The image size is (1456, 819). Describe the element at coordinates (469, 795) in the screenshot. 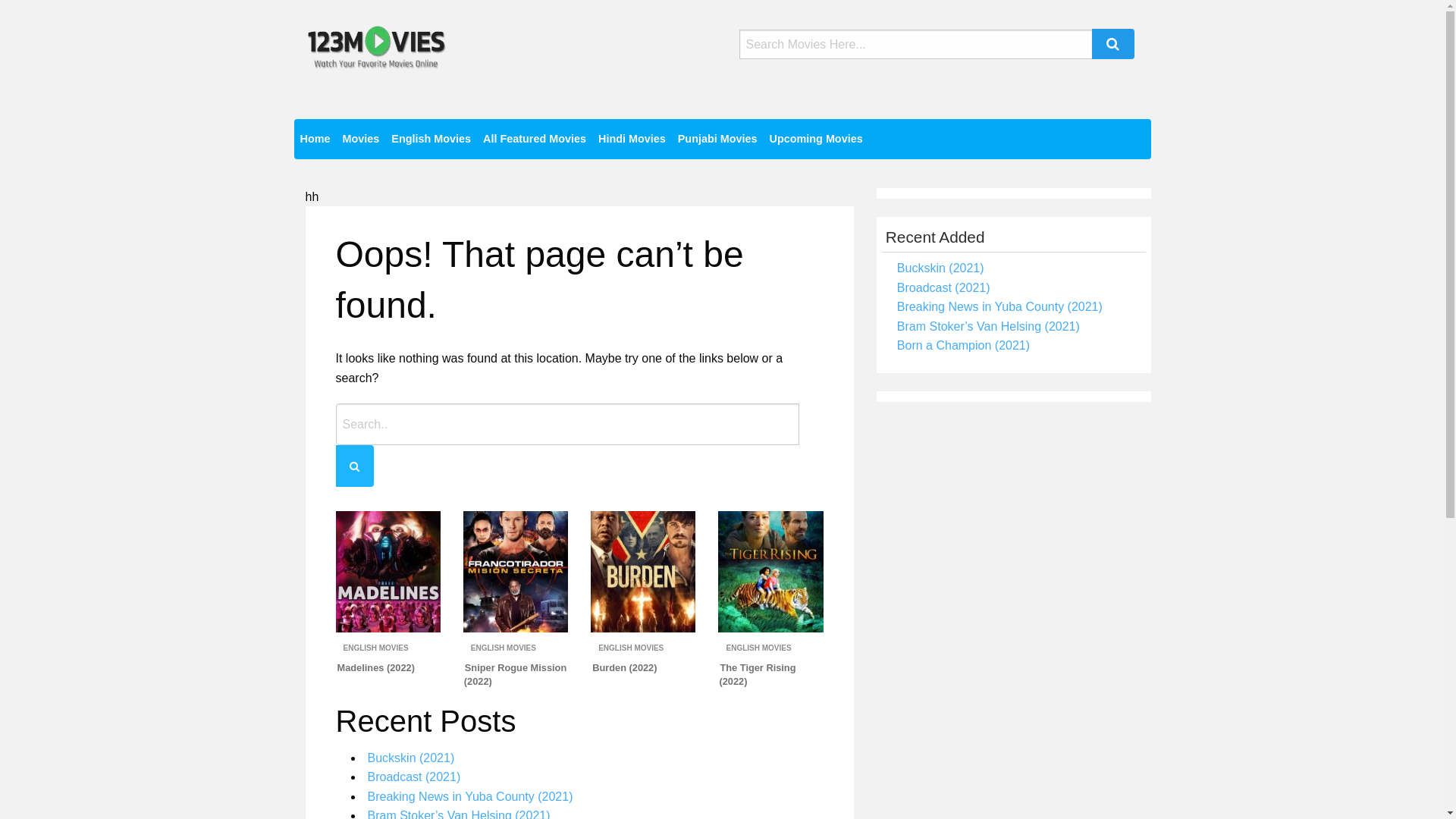

I see `'Breaking News in Yuba County (2021)'` at that location.